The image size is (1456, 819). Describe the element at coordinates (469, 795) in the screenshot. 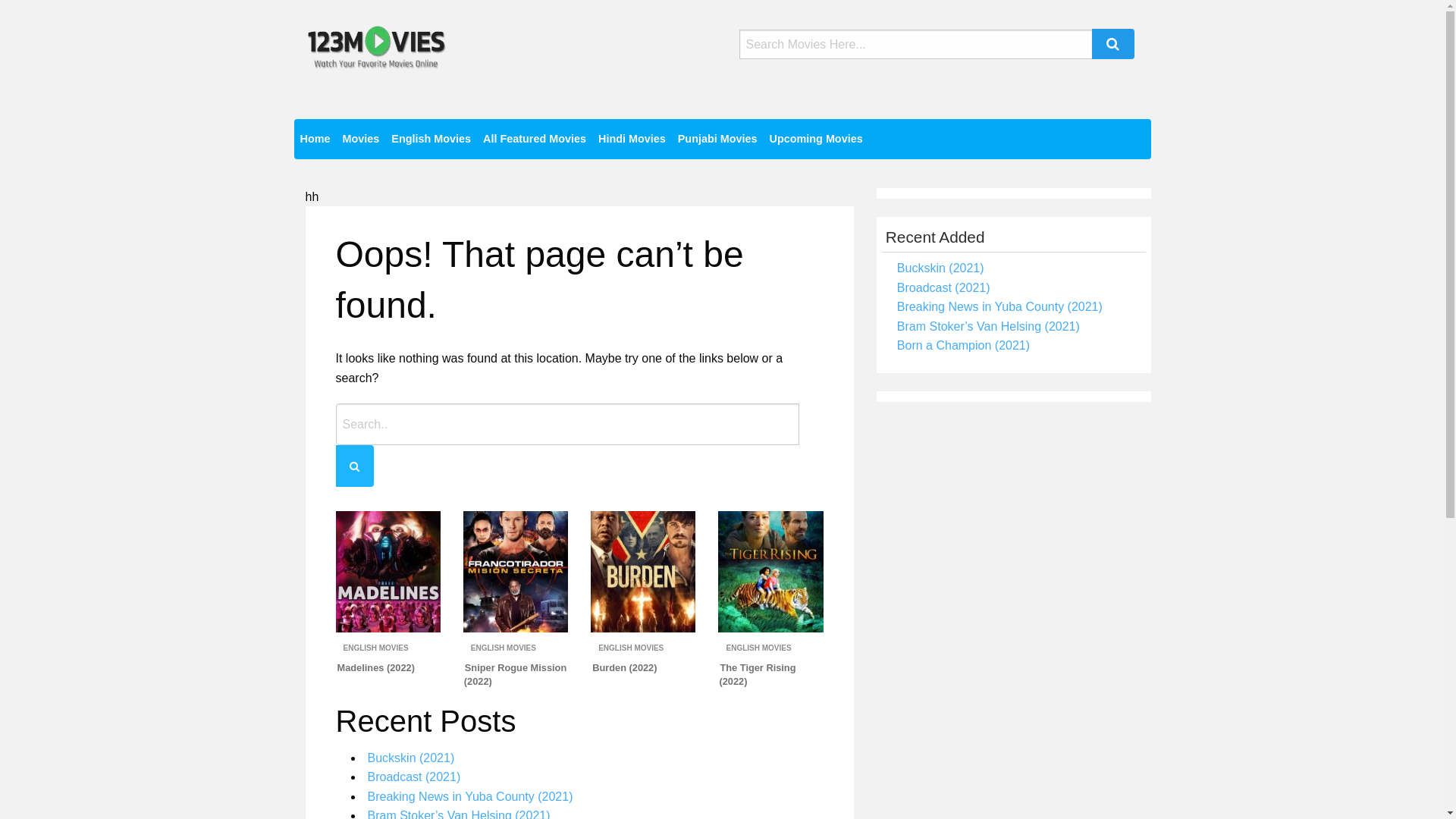

I see `'Breaking News in Yuba County (2021)'` at that location.